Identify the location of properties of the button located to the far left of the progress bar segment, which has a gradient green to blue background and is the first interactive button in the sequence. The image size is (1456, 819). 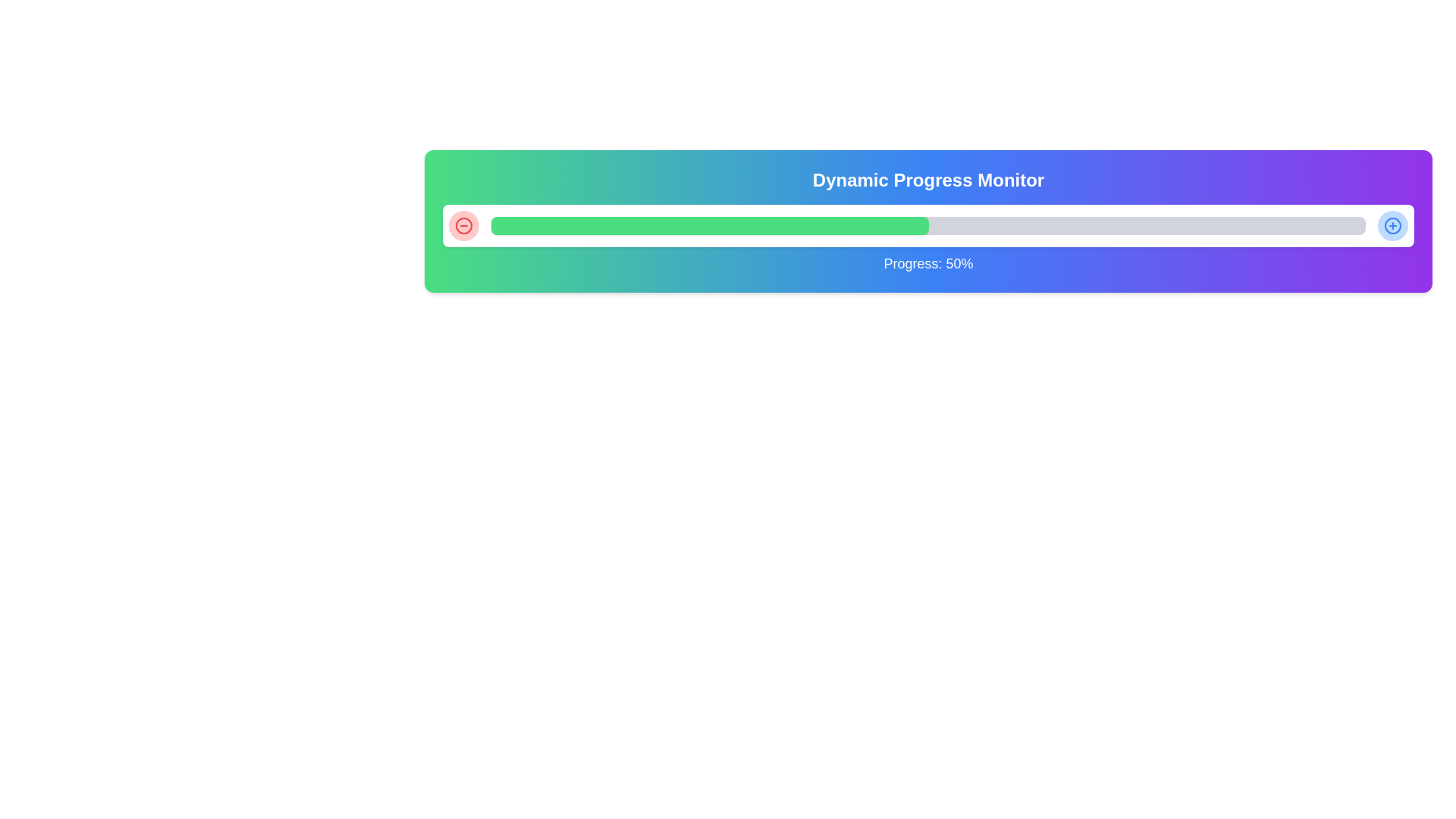
(463, 225).